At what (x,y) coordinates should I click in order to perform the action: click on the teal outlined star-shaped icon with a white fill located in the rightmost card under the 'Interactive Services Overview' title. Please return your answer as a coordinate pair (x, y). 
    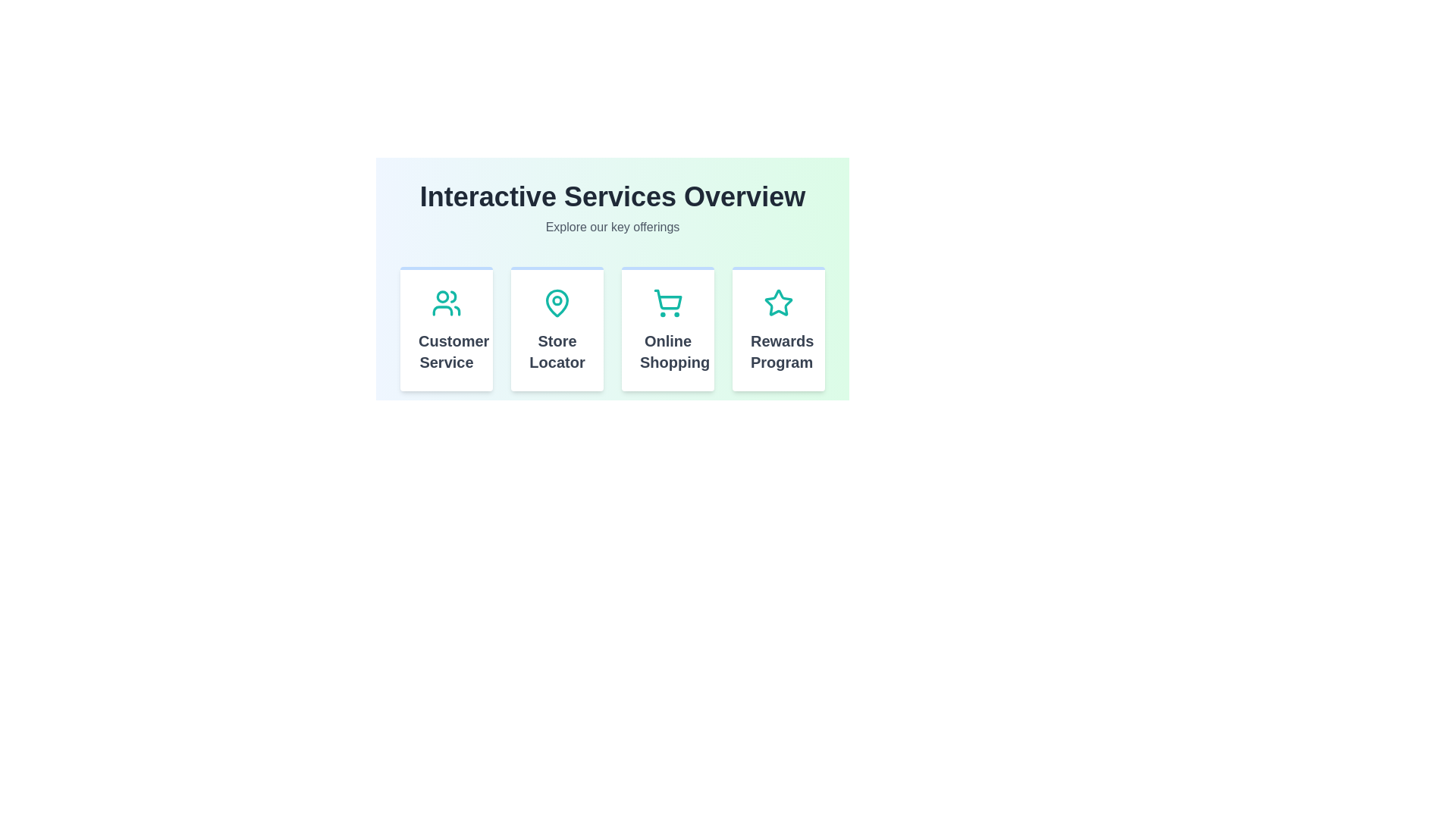
    Looking at the image, I should click on (779, 303).